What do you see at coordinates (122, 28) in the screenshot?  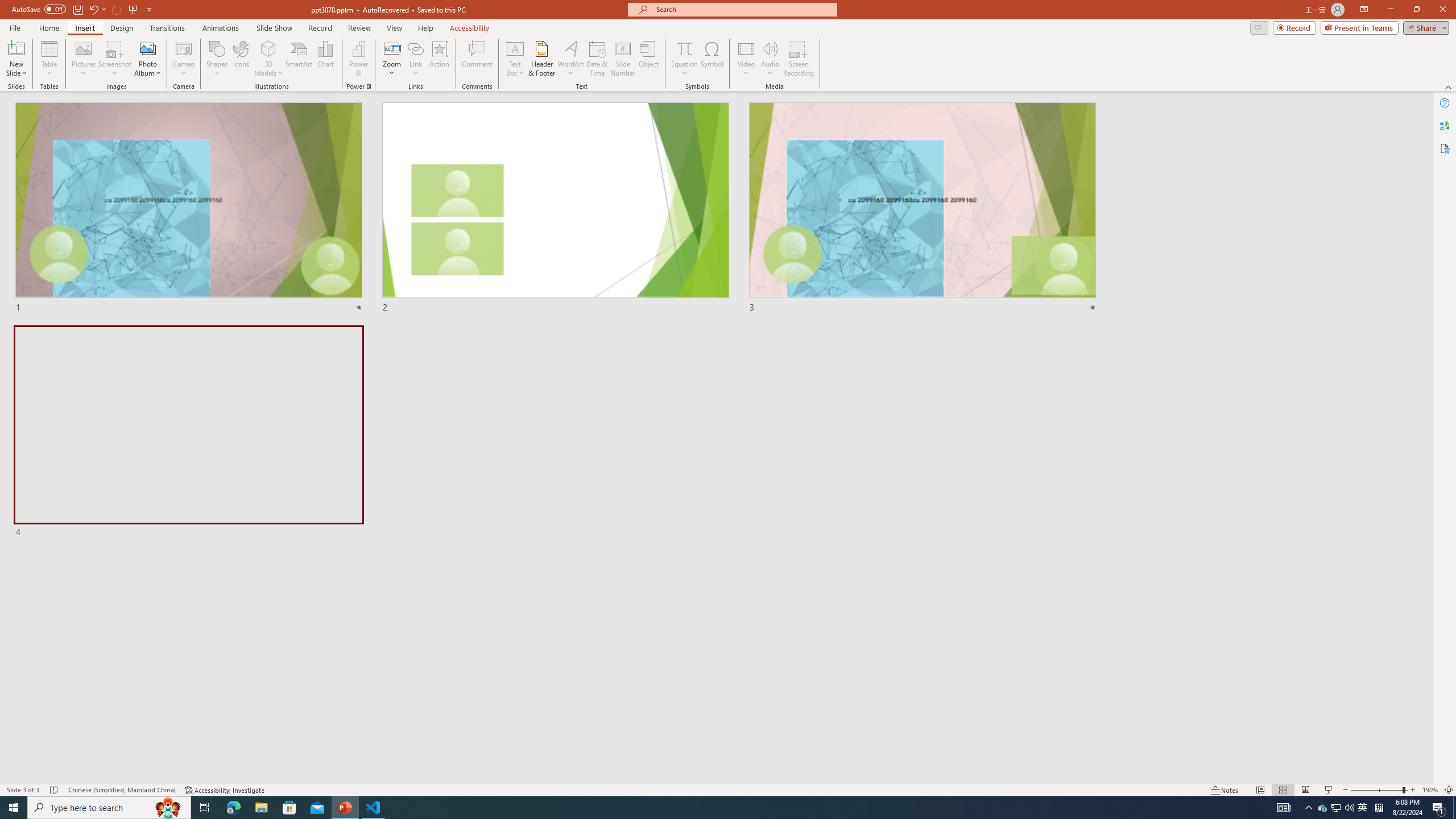 I see `'Design'` at bounding box center [122, 28].